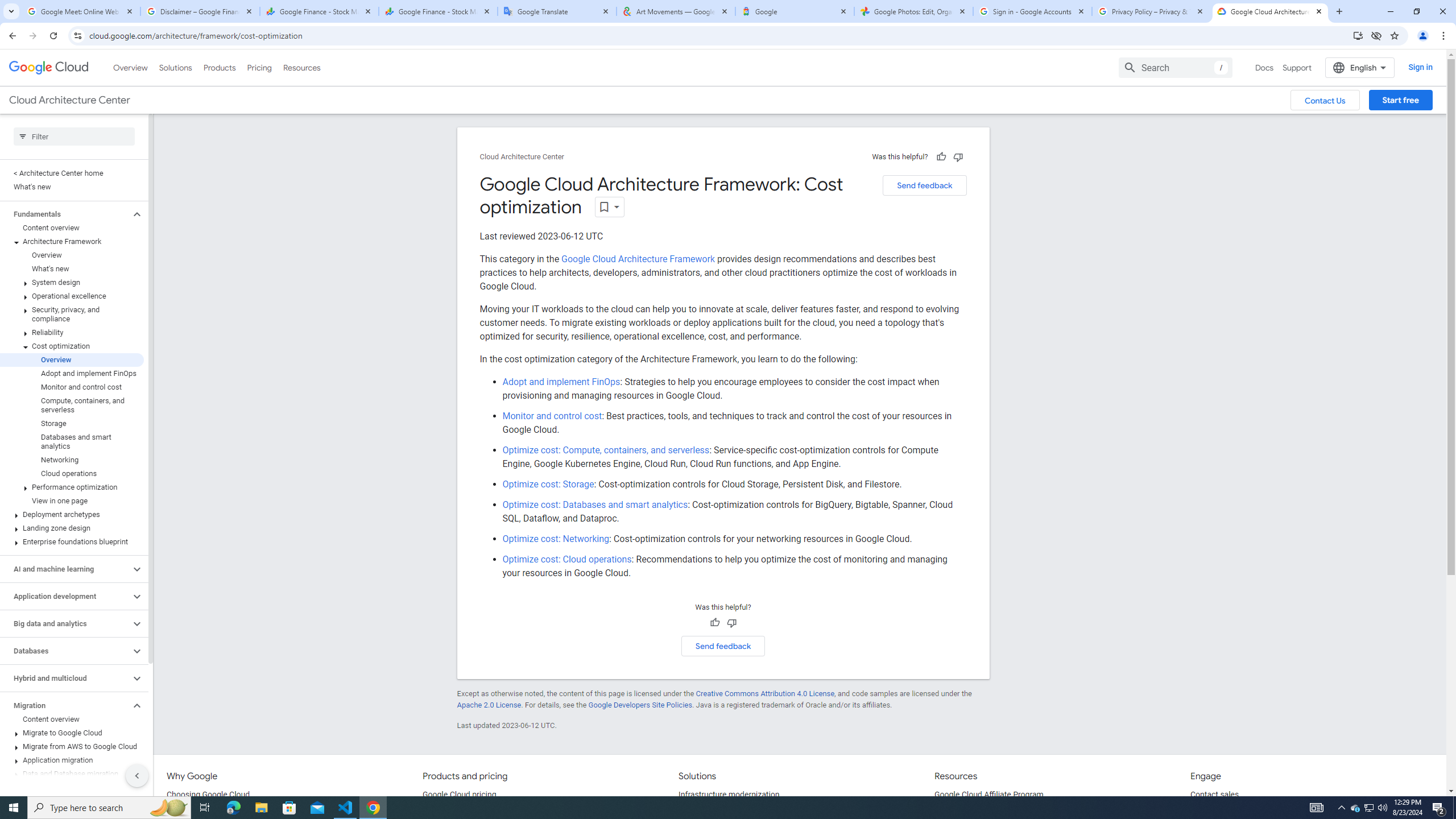 The width and height of the screenshot is (1456, 819). I want to click on 'Products', so click(218, 67).